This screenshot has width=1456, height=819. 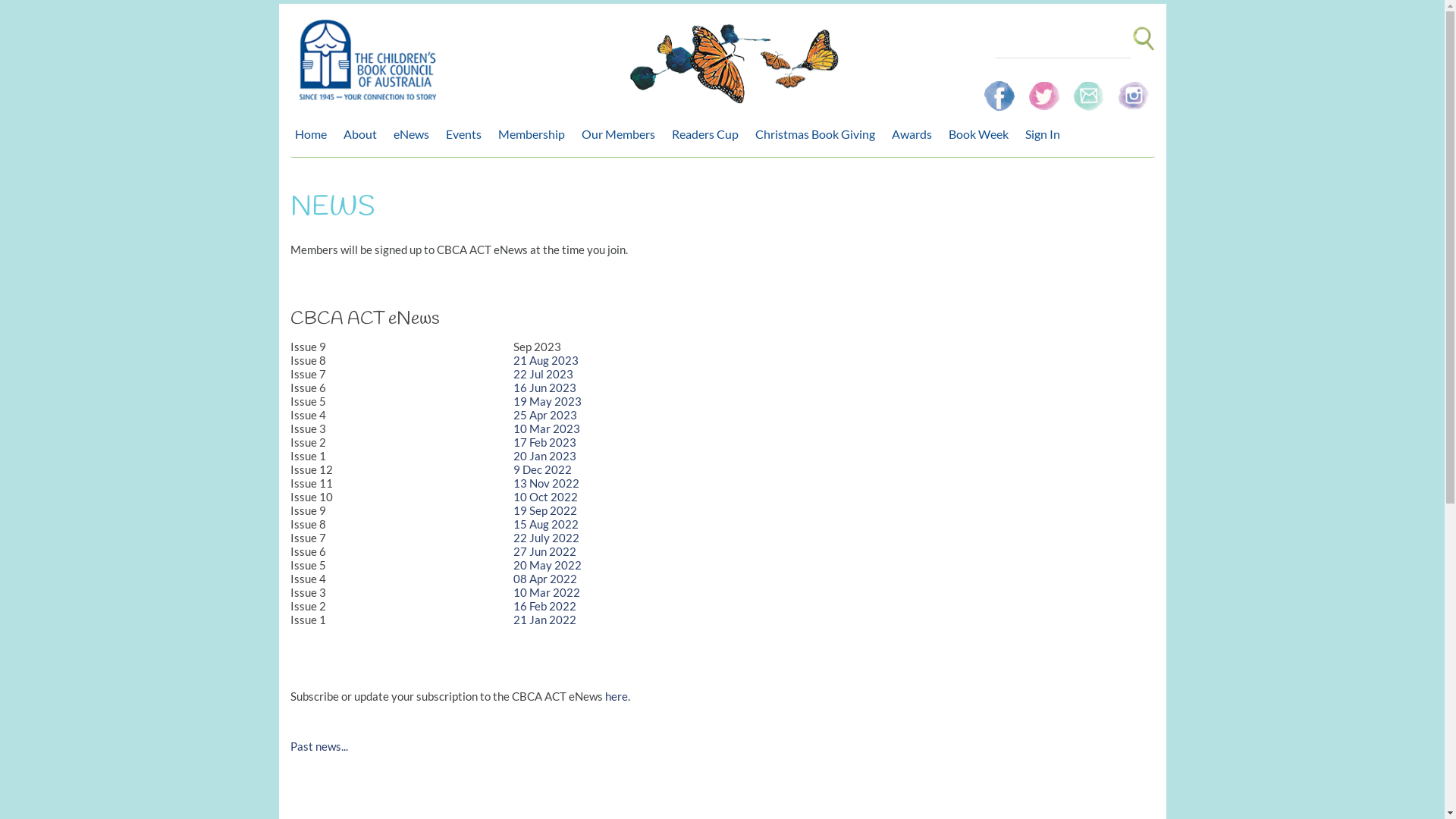 I want to click on '22 July 2022', so click(x=546, y=537).